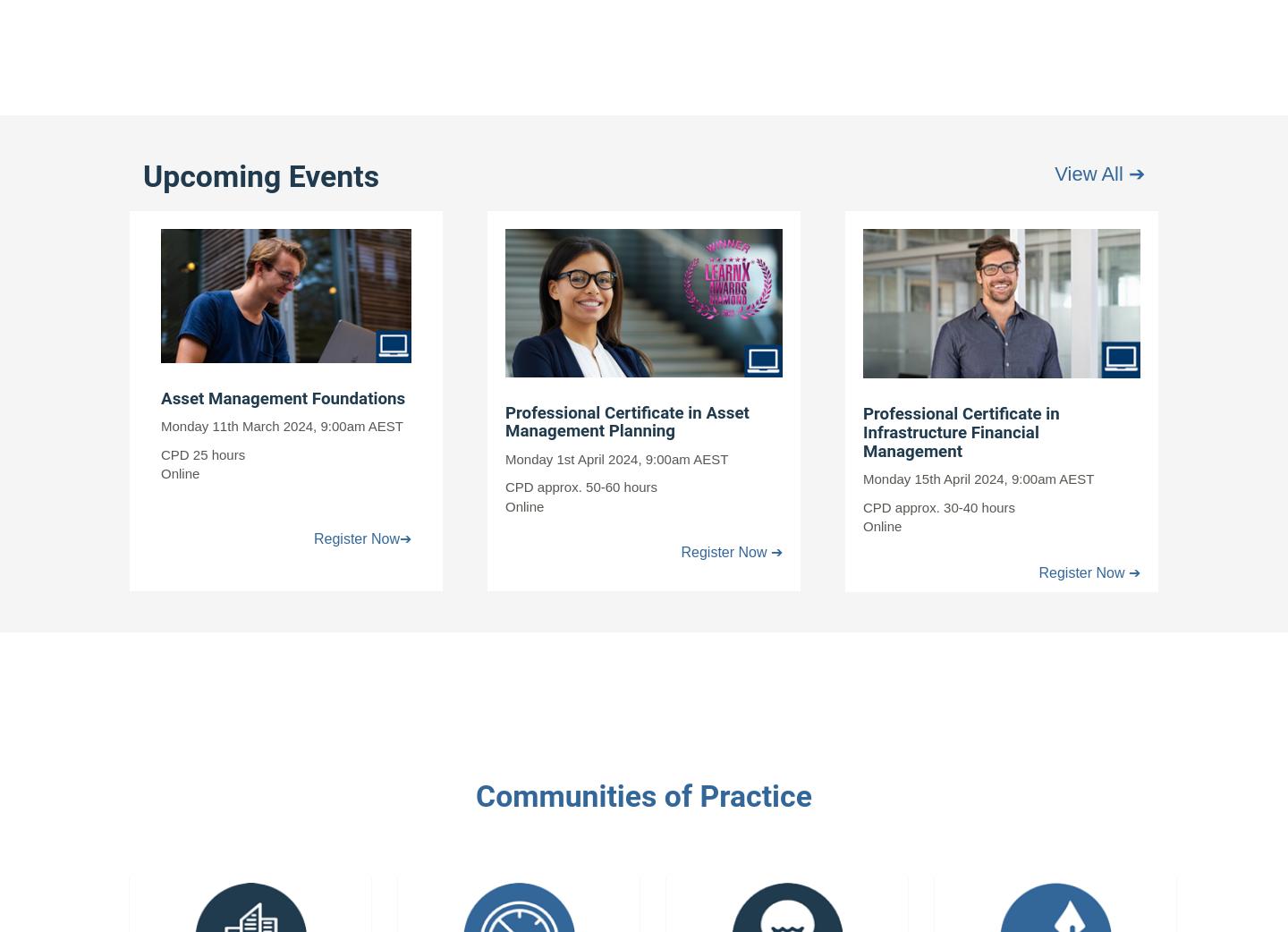 The image size is (1288, 932). Describe the element at coordinates (961, 432) in the screenshot. I see `'Professional Certificate in Infrastructure Financial Management'` at that location.